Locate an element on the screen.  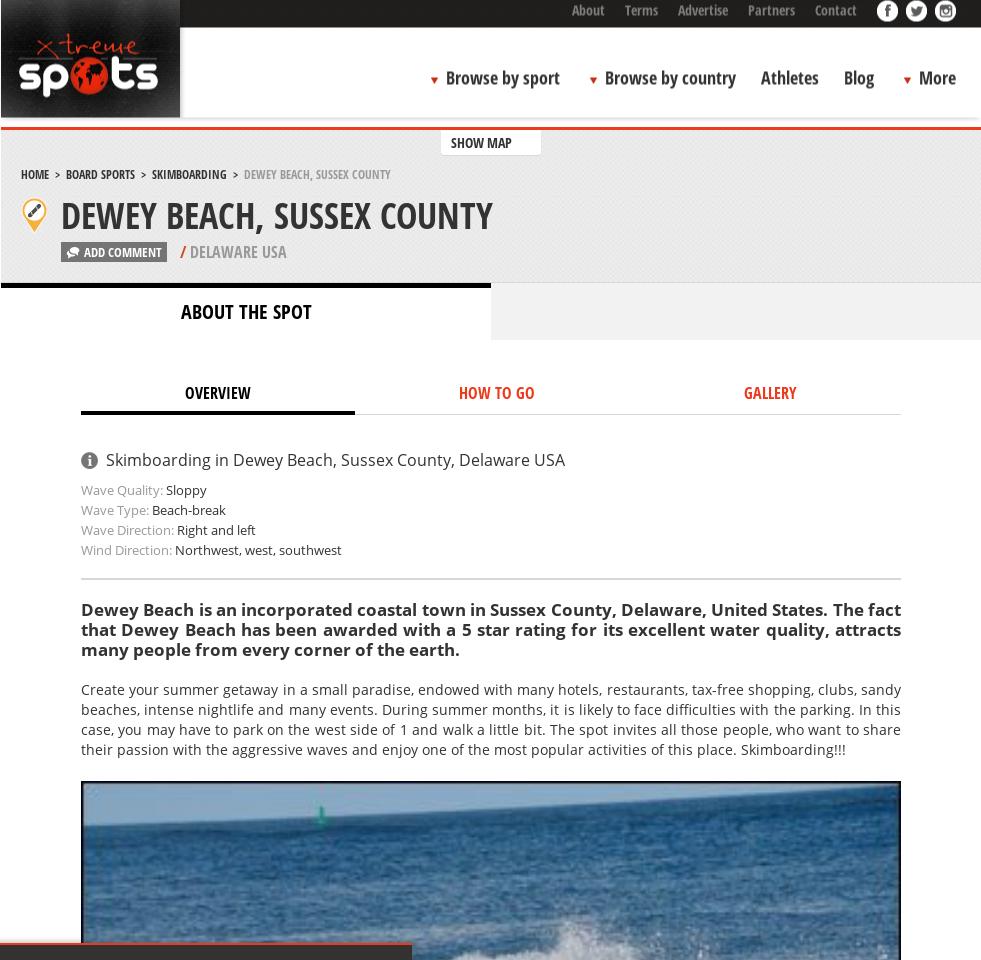
'OVERVIEW' is located at coordinates (216, 390).